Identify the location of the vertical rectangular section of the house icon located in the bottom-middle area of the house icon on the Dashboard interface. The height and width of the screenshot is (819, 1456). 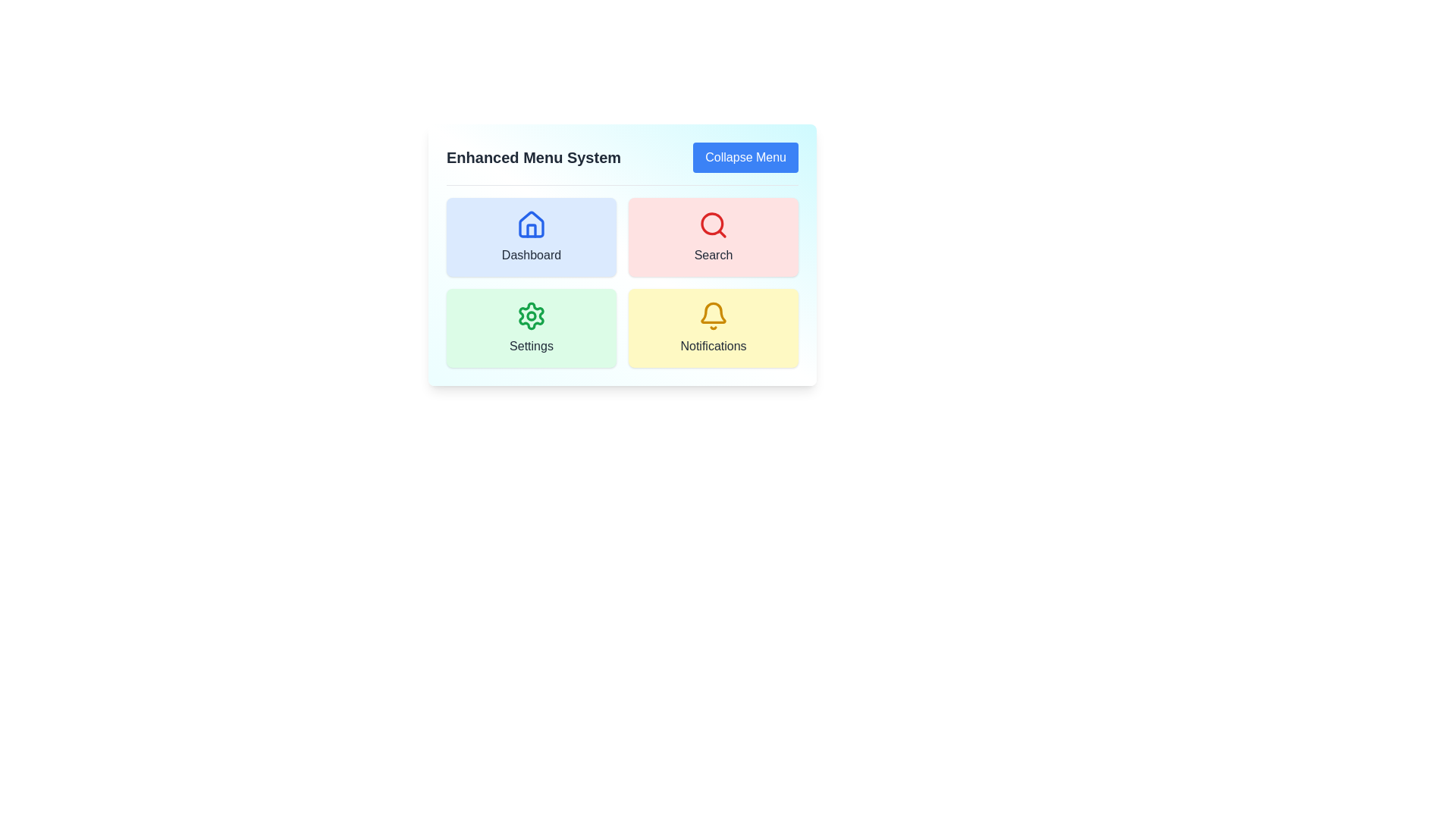
(531, 231).